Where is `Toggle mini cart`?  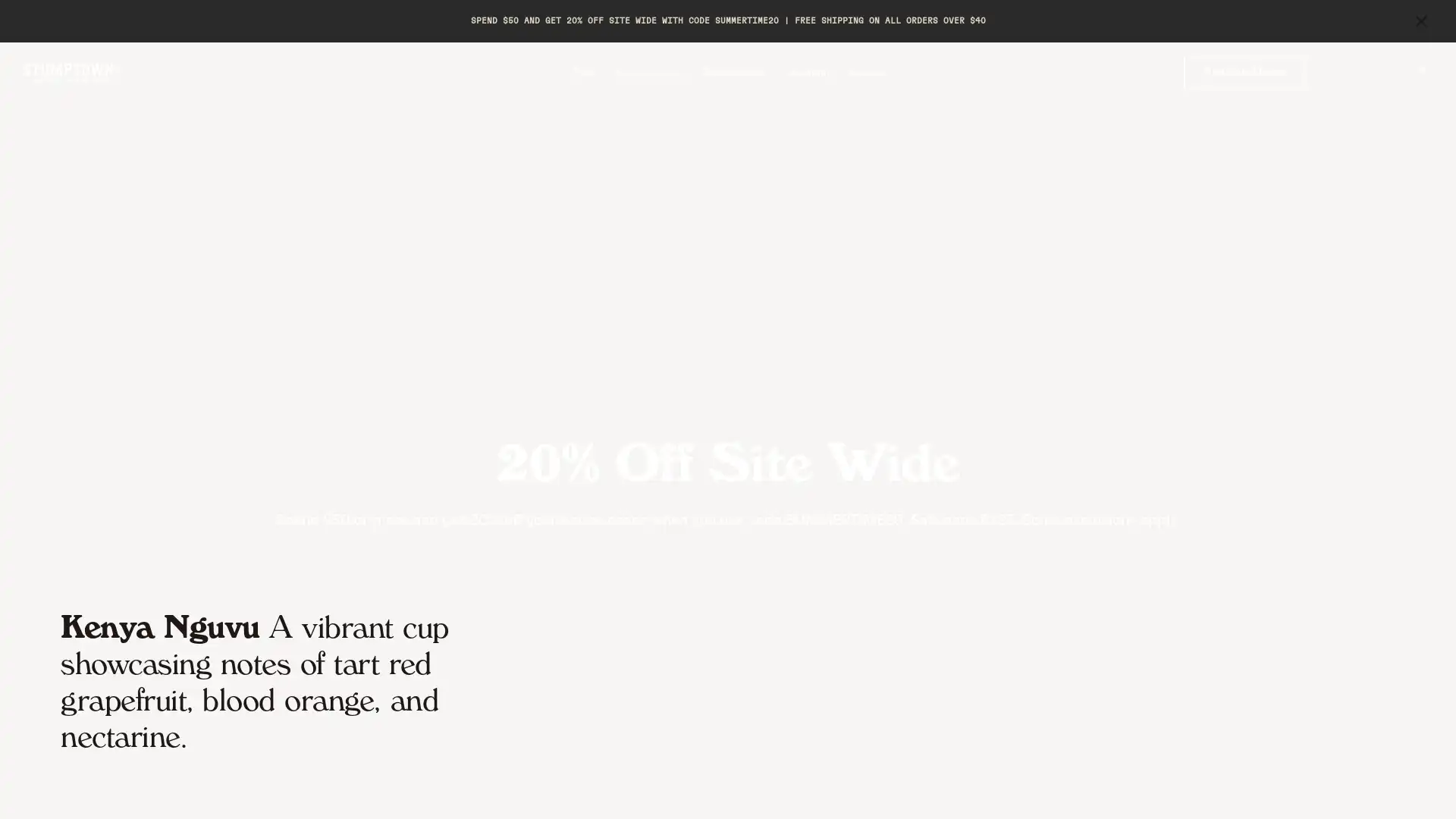 Toggle mini cart is located at coordinates (1422, 73).